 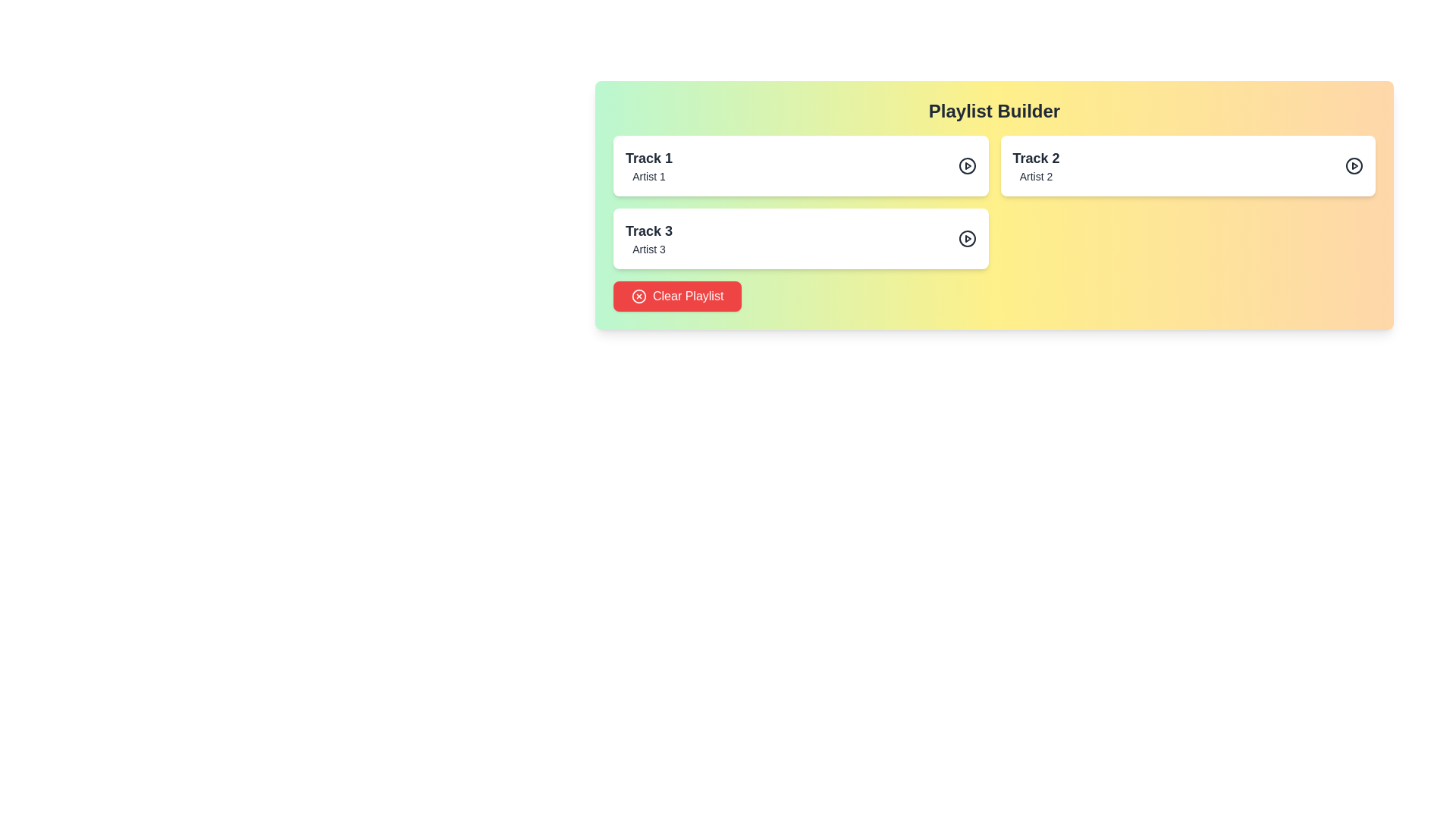 What do you see at coordinates (800, 166) in the screenshot?
I see `the track 1 to observe the hover effect` at bounding box center [800, 166].